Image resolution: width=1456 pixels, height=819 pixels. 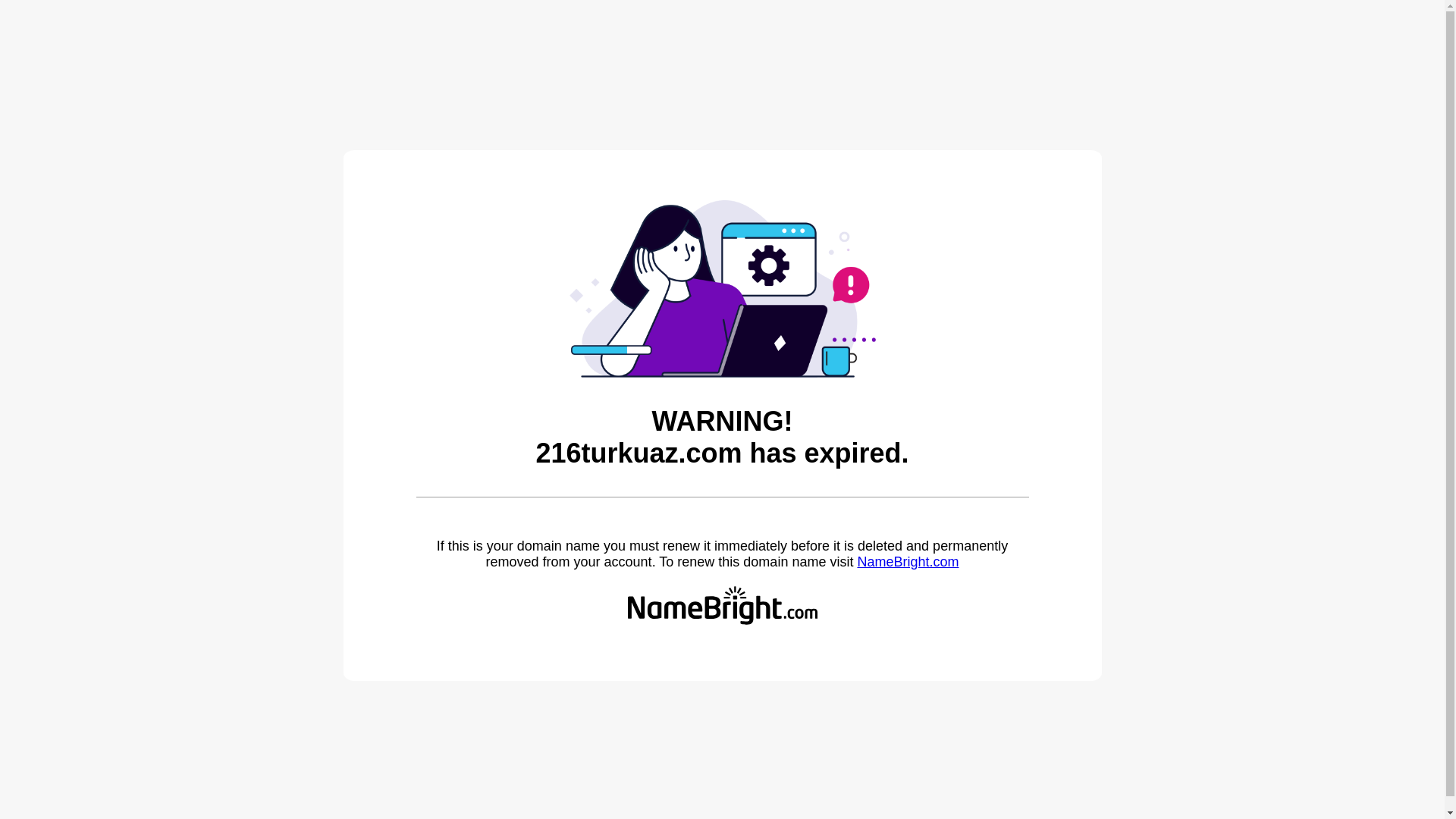 I want to click on 'NameBright.com', so click(x=907, y=561).